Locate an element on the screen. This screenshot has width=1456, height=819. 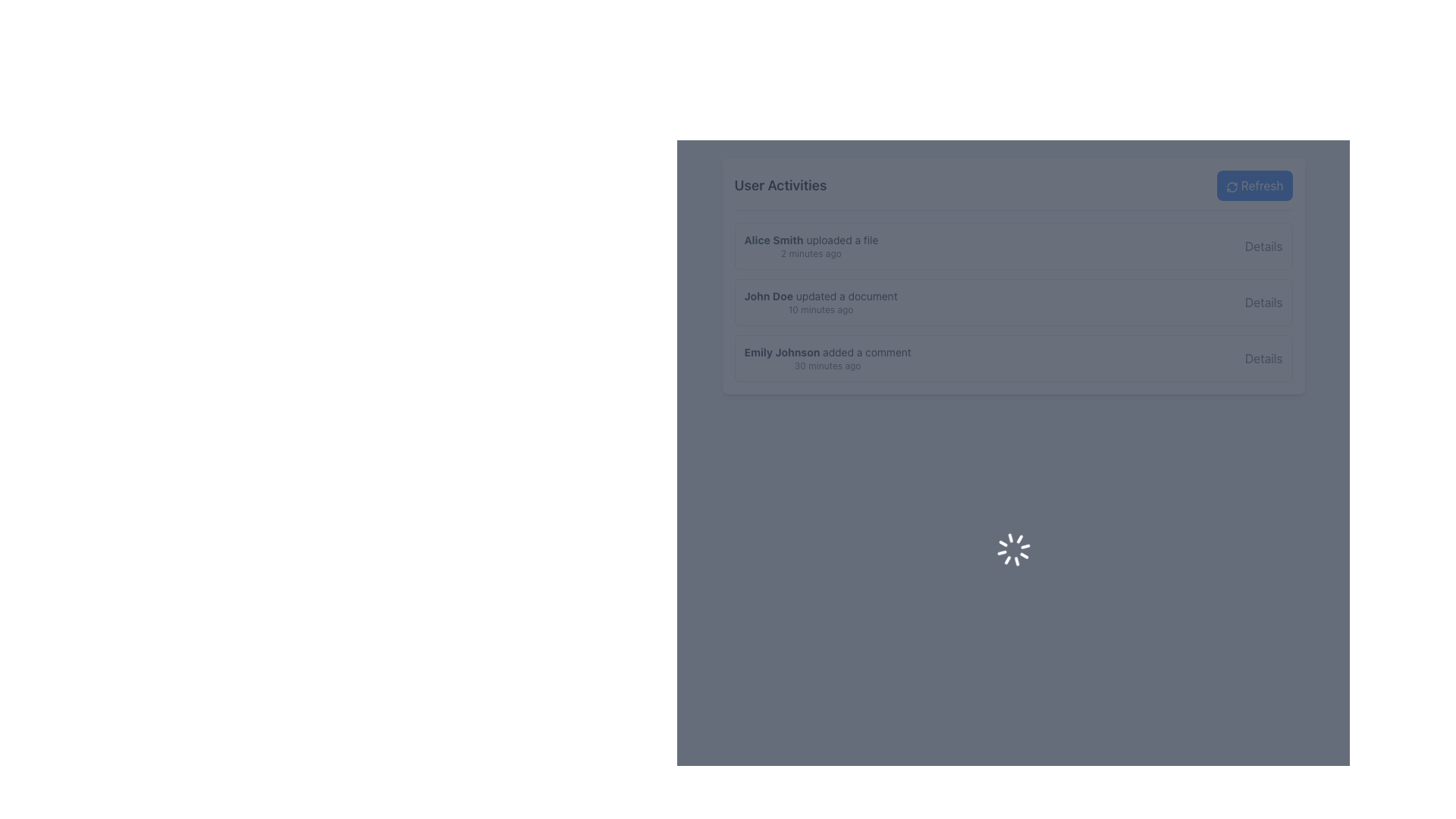
the circular refresh icon with arrows forming a loop, located within the blue 'Refresh' button at the top-right of the displayed panel is located at coordinates (1232, 186).